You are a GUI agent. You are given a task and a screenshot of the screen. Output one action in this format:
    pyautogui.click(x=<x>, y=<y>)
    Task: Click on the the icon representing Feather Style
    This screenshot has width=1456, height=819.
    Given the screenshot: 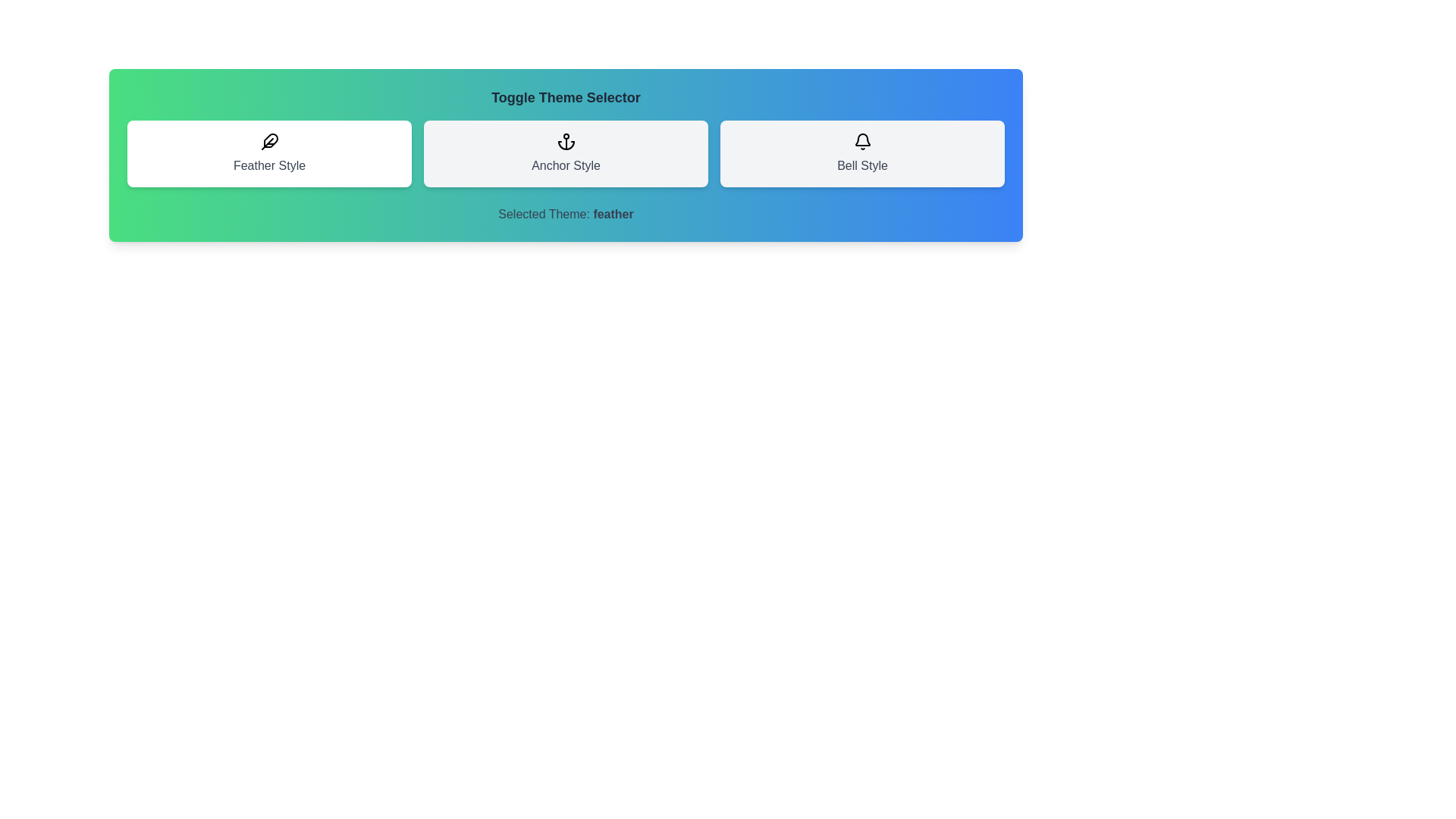 What is the action you would take?
    pyautogui.click(x=269, y=154)
    